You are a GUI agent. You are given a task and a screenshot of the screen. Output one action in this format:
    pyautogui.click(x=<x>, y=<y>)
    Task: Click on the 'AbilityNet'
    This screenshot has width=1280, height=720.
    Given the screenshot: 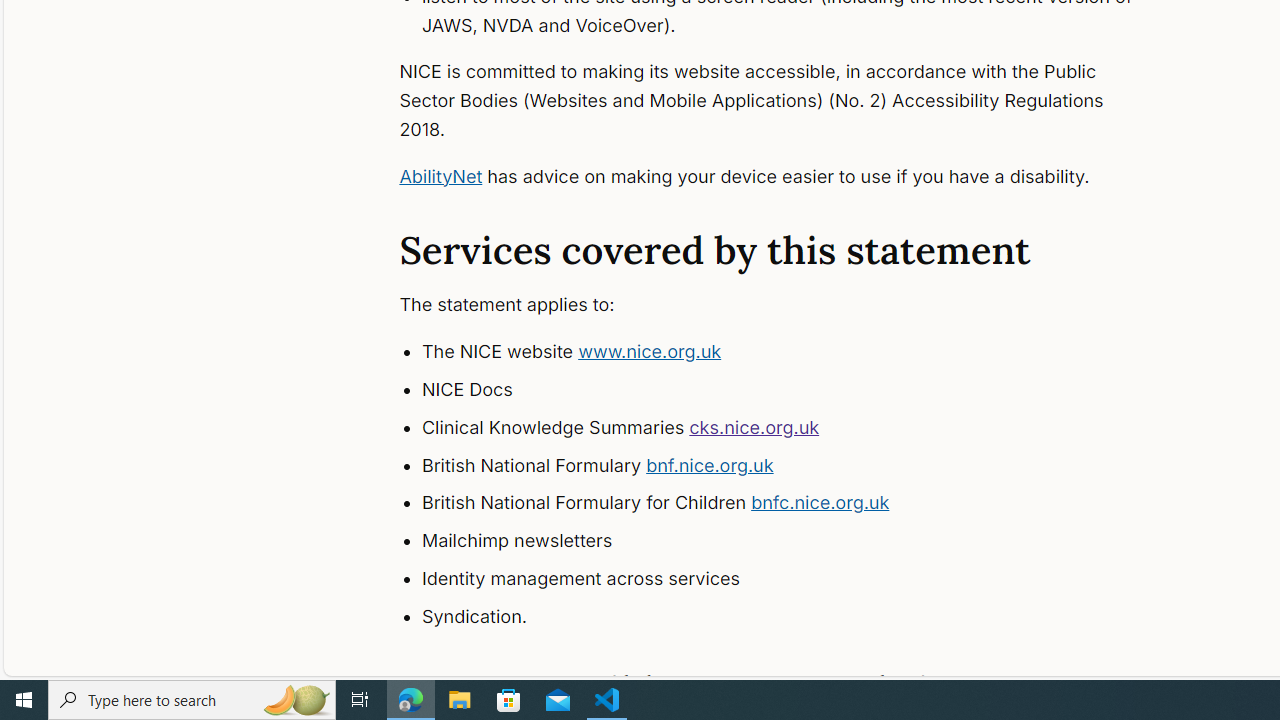 What is the action you would take?
    pyautogui.click(x=439, y=175)
    